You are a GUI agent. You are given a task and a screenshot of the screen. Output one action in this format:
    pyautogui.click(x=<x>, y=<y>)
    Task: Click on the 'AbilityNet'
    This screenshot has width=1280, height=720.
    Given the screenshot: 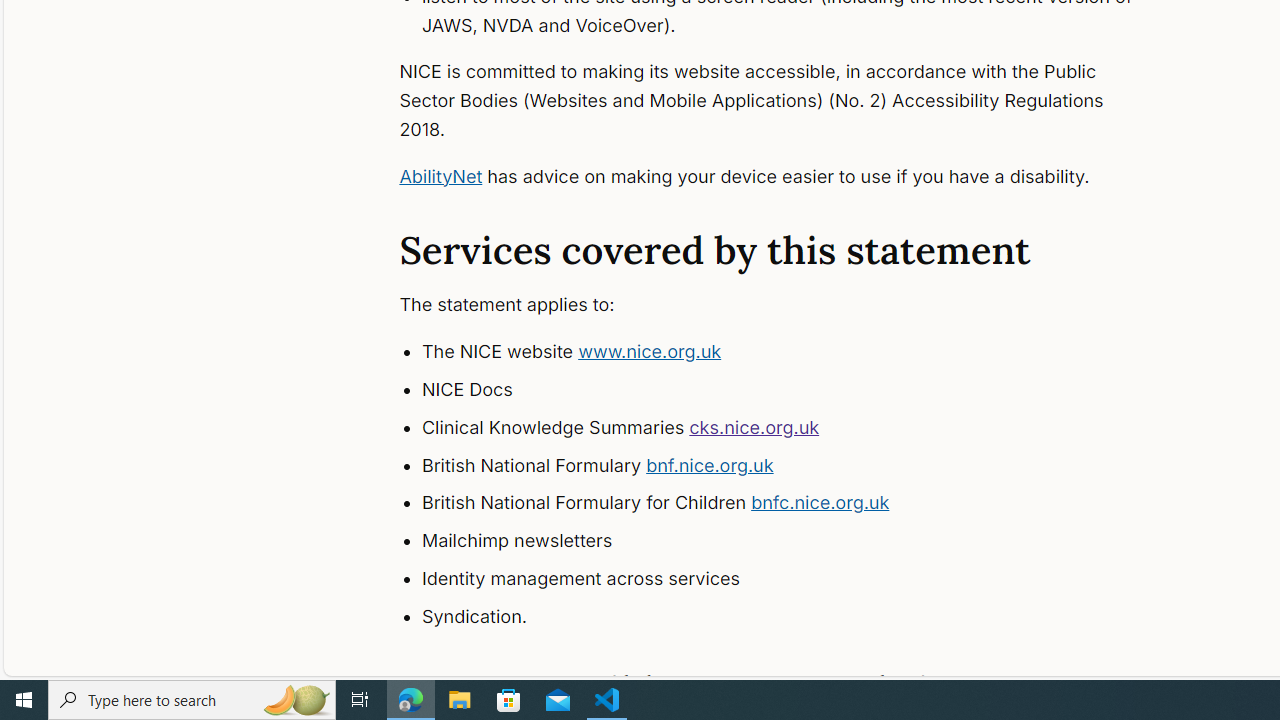 What is the action you would take?
    pyautogui.click(x=439, y=175)
    